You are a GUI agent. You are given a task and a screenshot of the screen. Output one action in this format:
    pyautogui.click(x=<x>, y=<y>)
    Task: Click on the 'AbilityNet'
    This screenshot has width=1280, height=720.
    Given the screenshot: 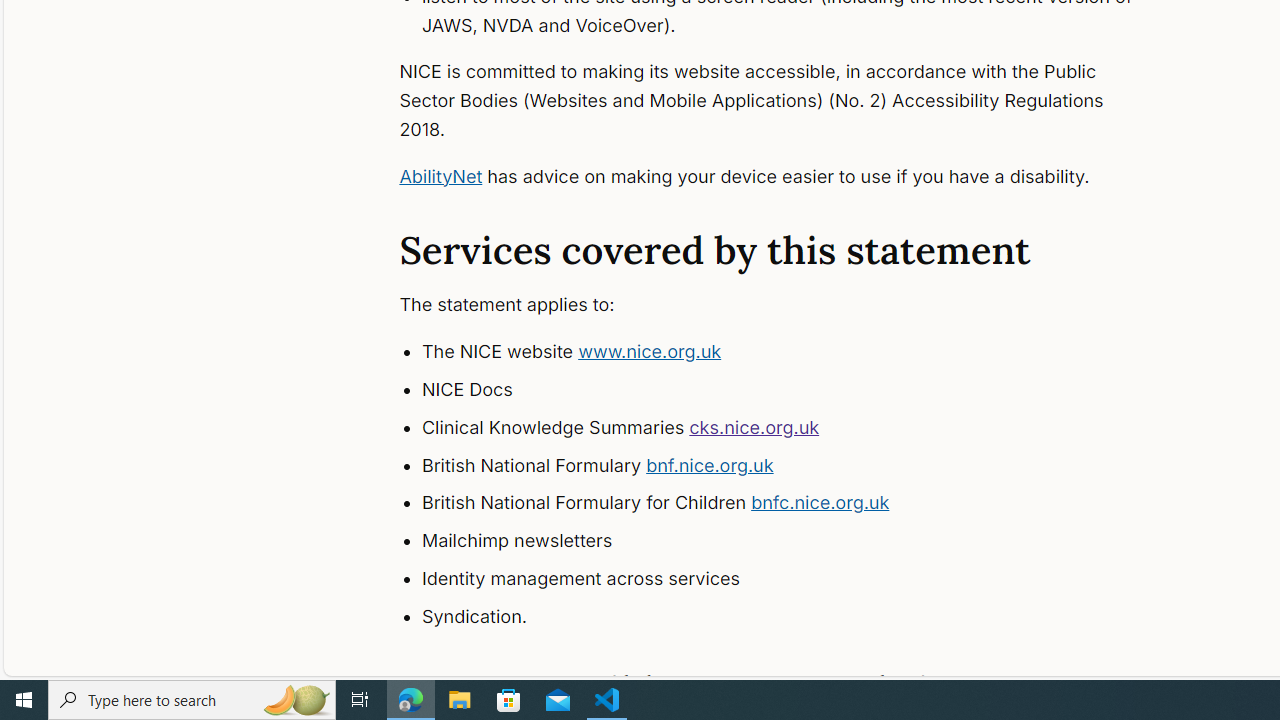 What is the action you would take?
    pyautogui.click(x=439, y=175)
    